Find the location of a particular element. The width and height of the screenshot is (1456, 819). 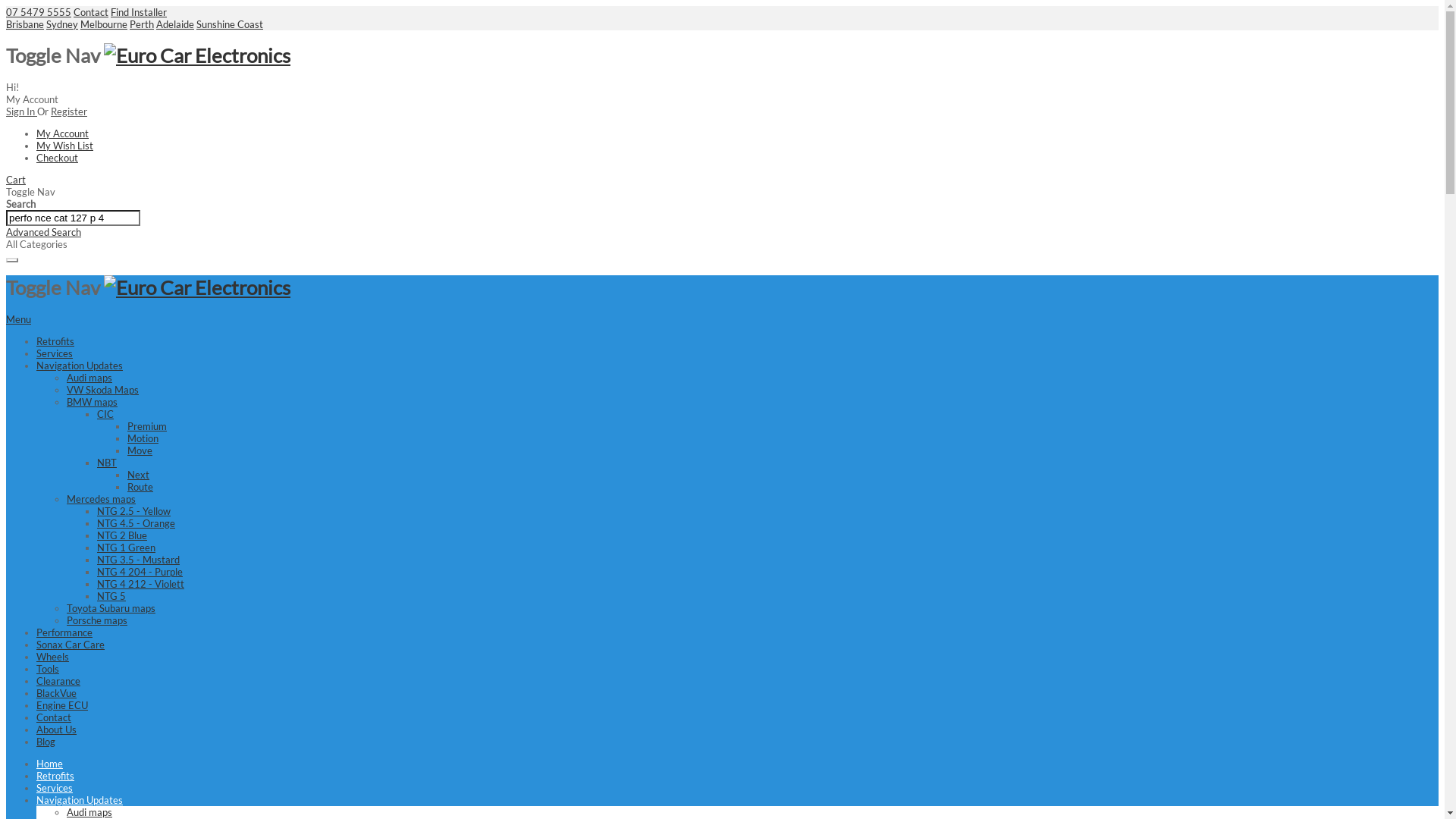

'Services' is located at coordinates (55, 353).